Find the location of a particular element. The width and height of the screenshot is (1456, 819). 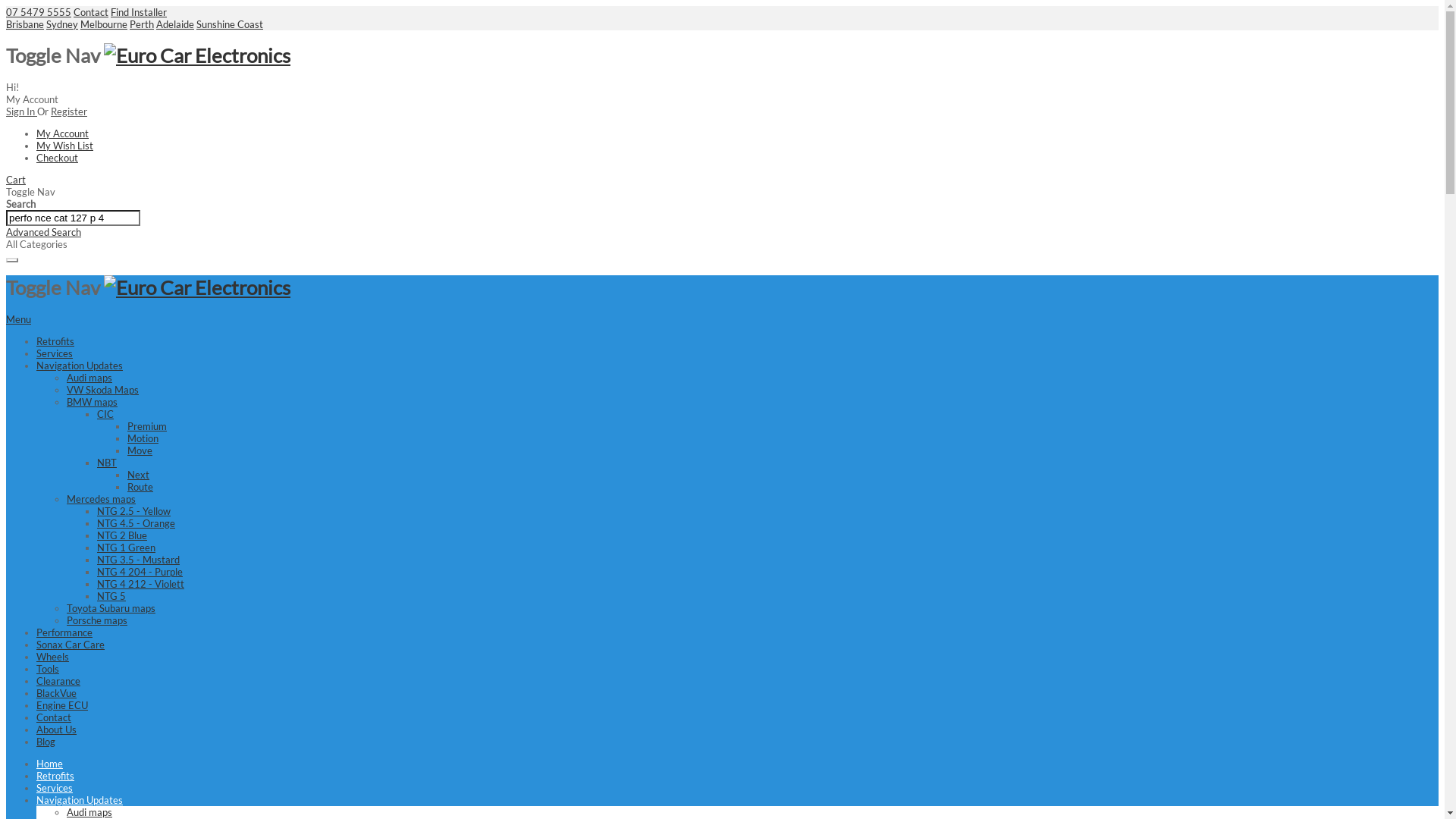

'Services' is located at coordinates (55, 353).